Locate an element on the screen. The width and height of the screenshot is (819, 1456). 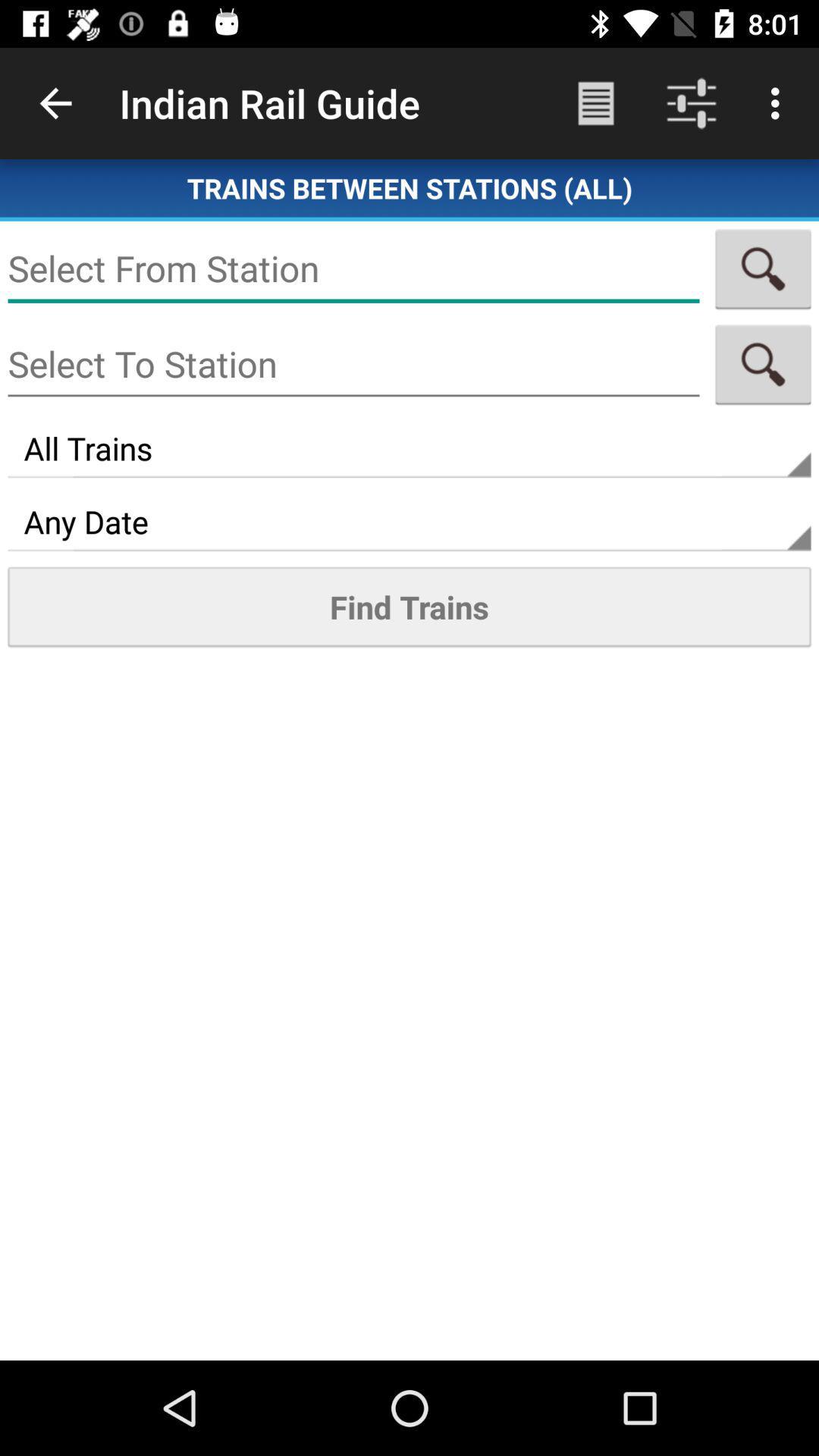
text box for from station is located at coordinates (353, 268).